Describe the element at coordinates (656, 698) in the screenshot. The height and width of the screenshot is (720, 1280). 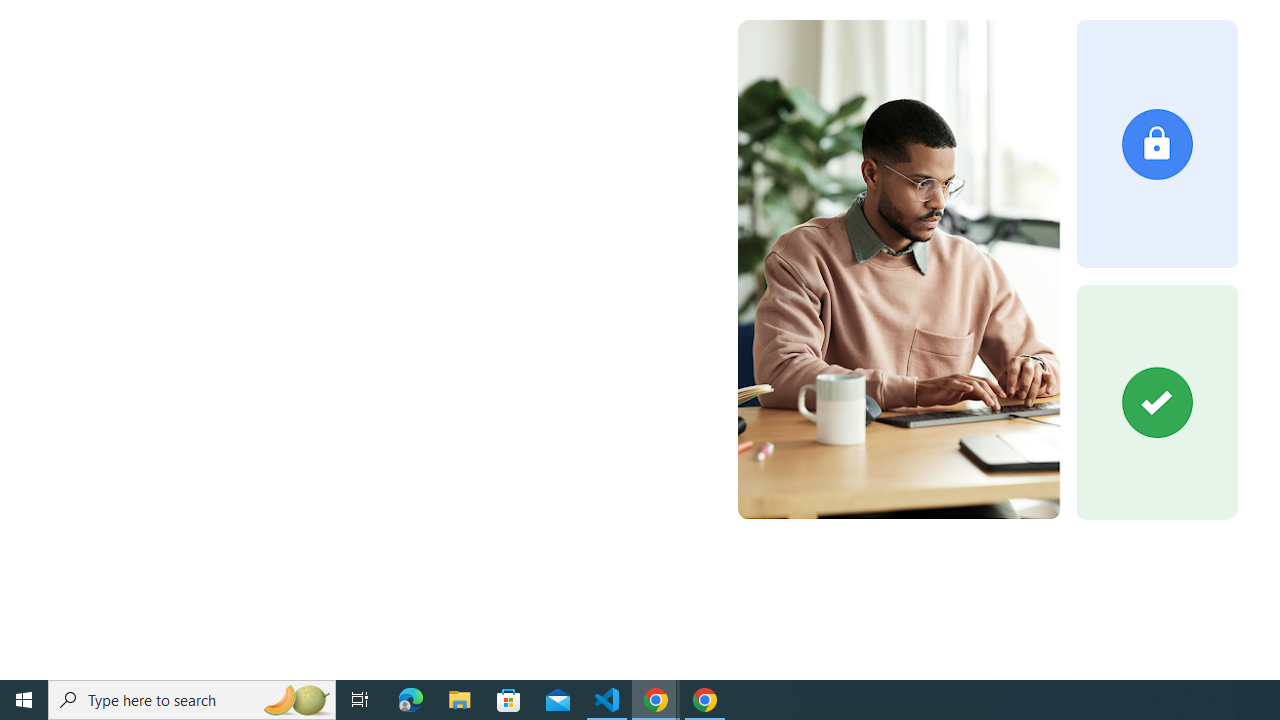
I see `'Google Chrome - 2 running windows'` at that location.